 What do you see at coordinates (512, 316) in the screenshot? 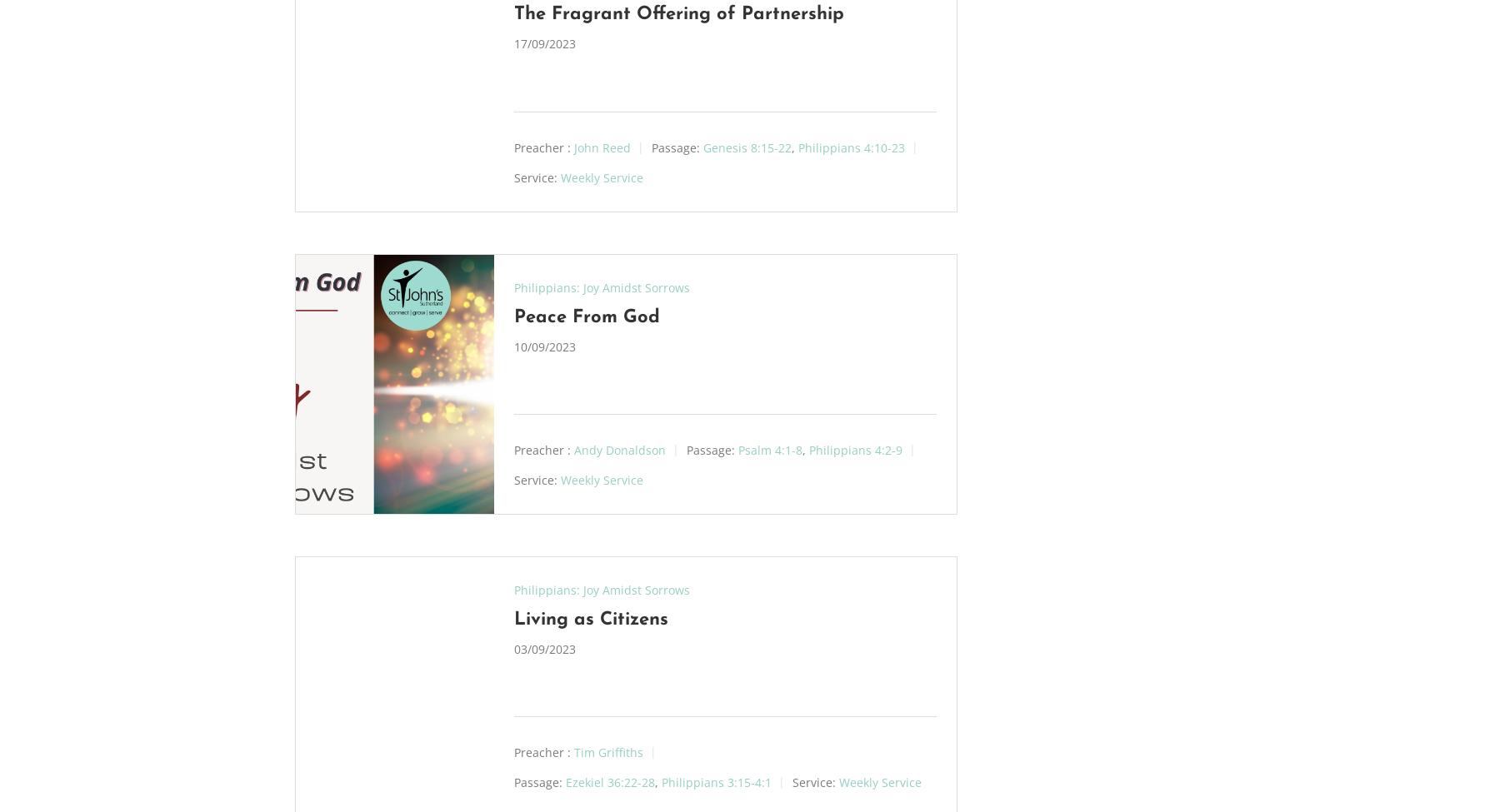
I see `'Peace From God'` at bounding box center [512, 316].